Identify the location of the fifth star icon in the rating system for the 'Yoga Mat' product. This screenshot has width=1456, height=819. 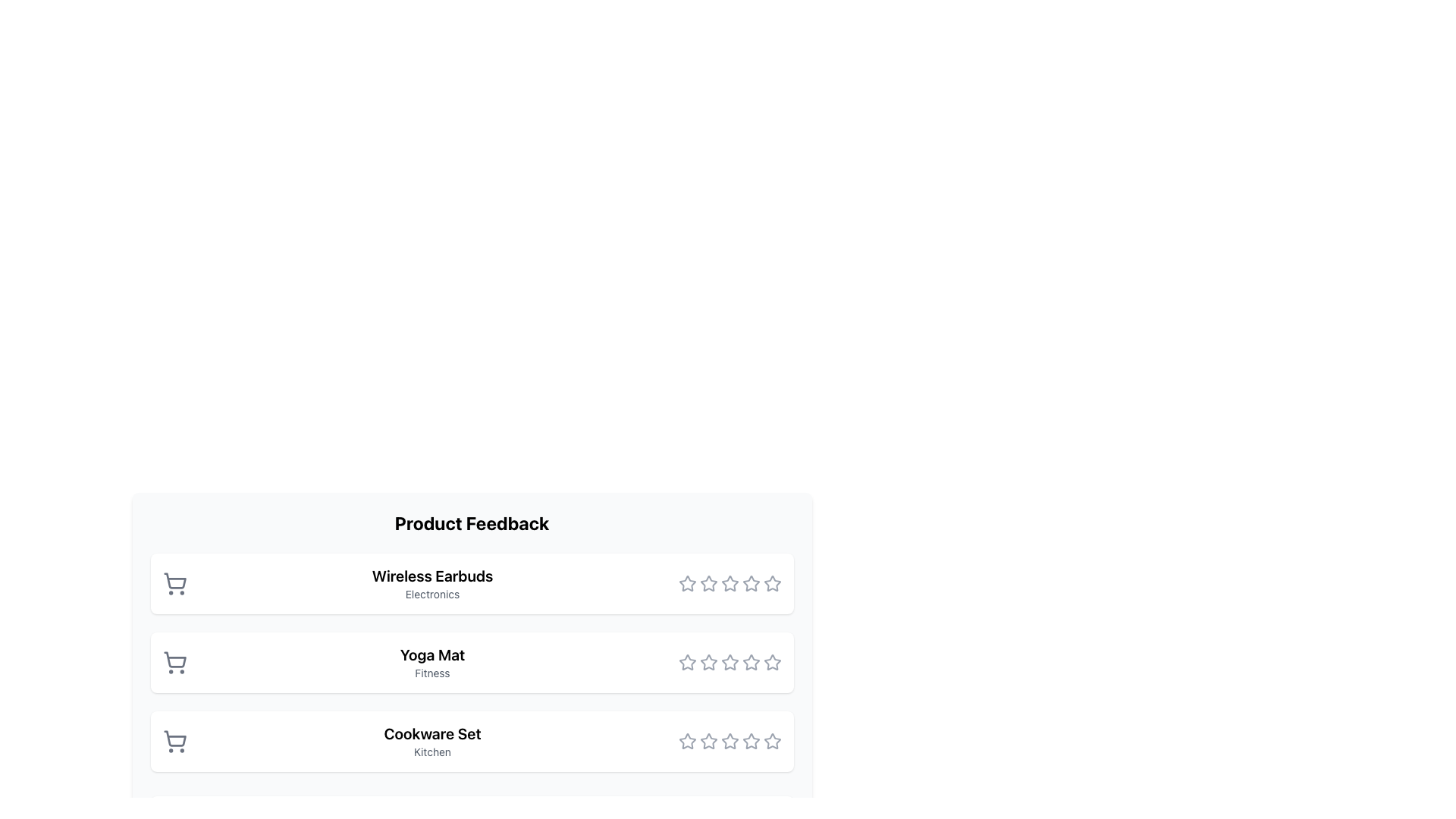
(772, 661).